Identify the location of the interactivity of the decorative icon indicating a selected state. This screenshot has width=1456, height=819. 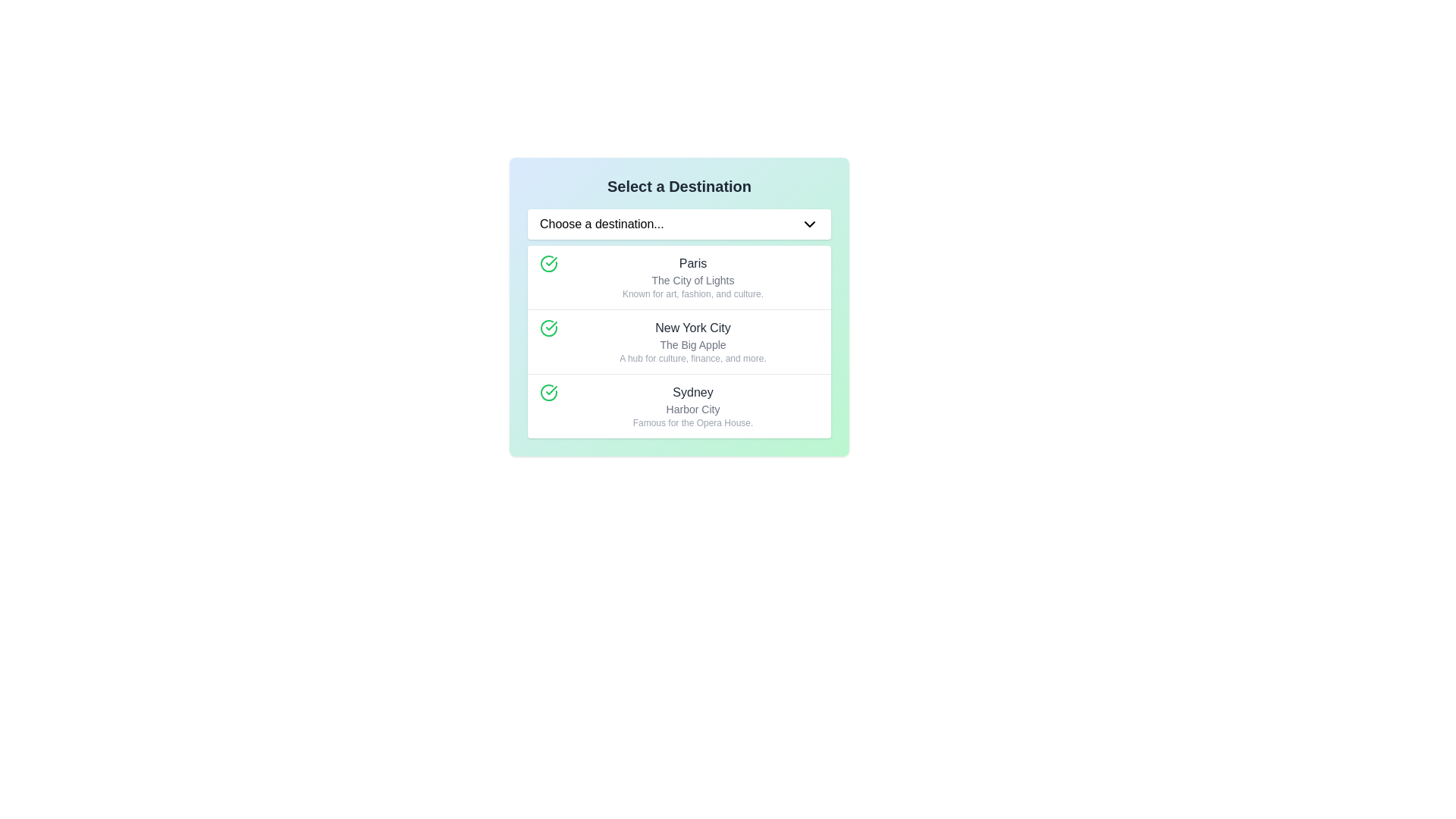
(548, 327).